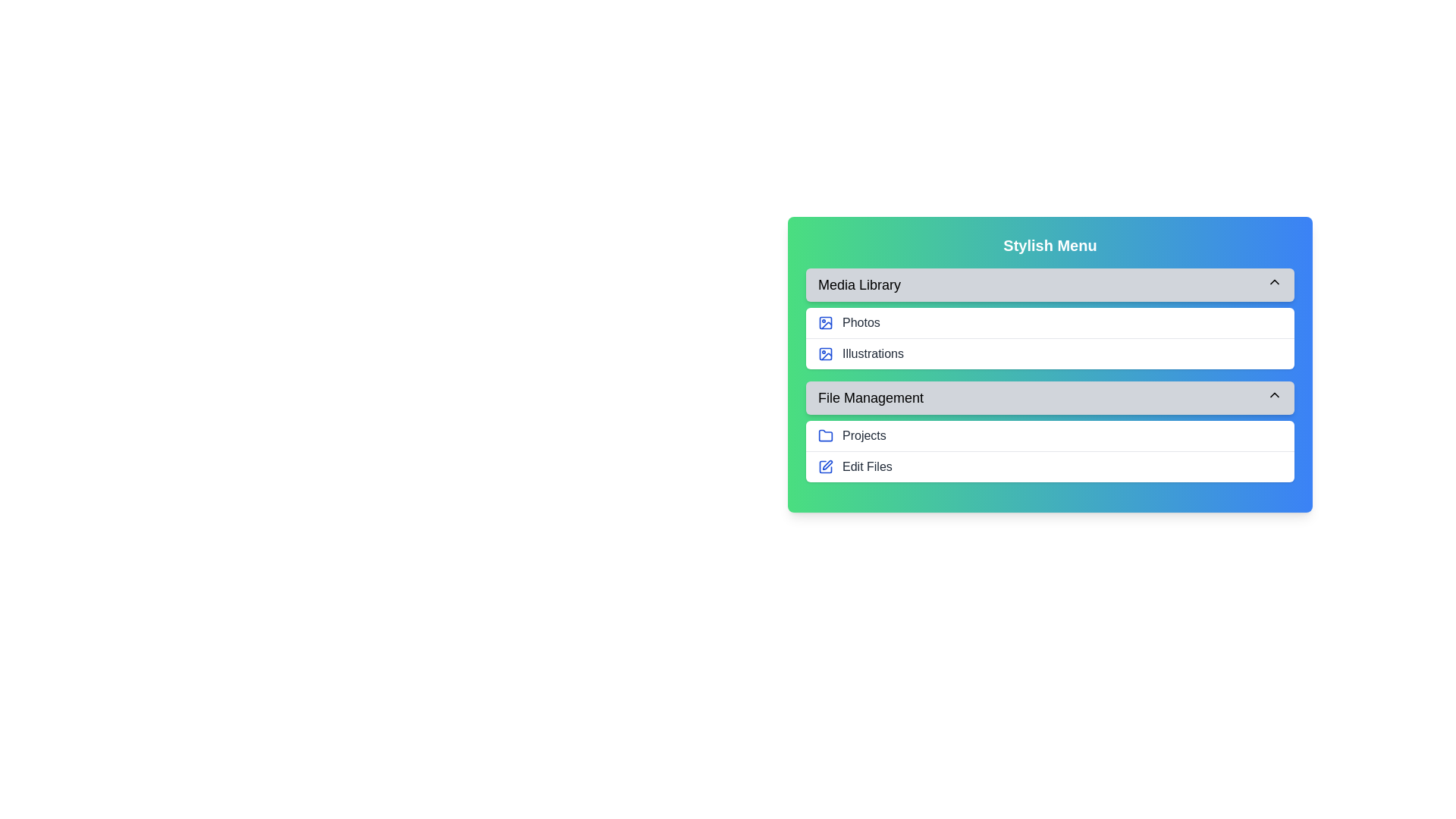 The image size is (1456, 819). Describe the element at coordinates (825, 322) in the screenshot. I see `the photograph icon with a blue color and rounded edges located at the start of the 'Photos' row` at that location.